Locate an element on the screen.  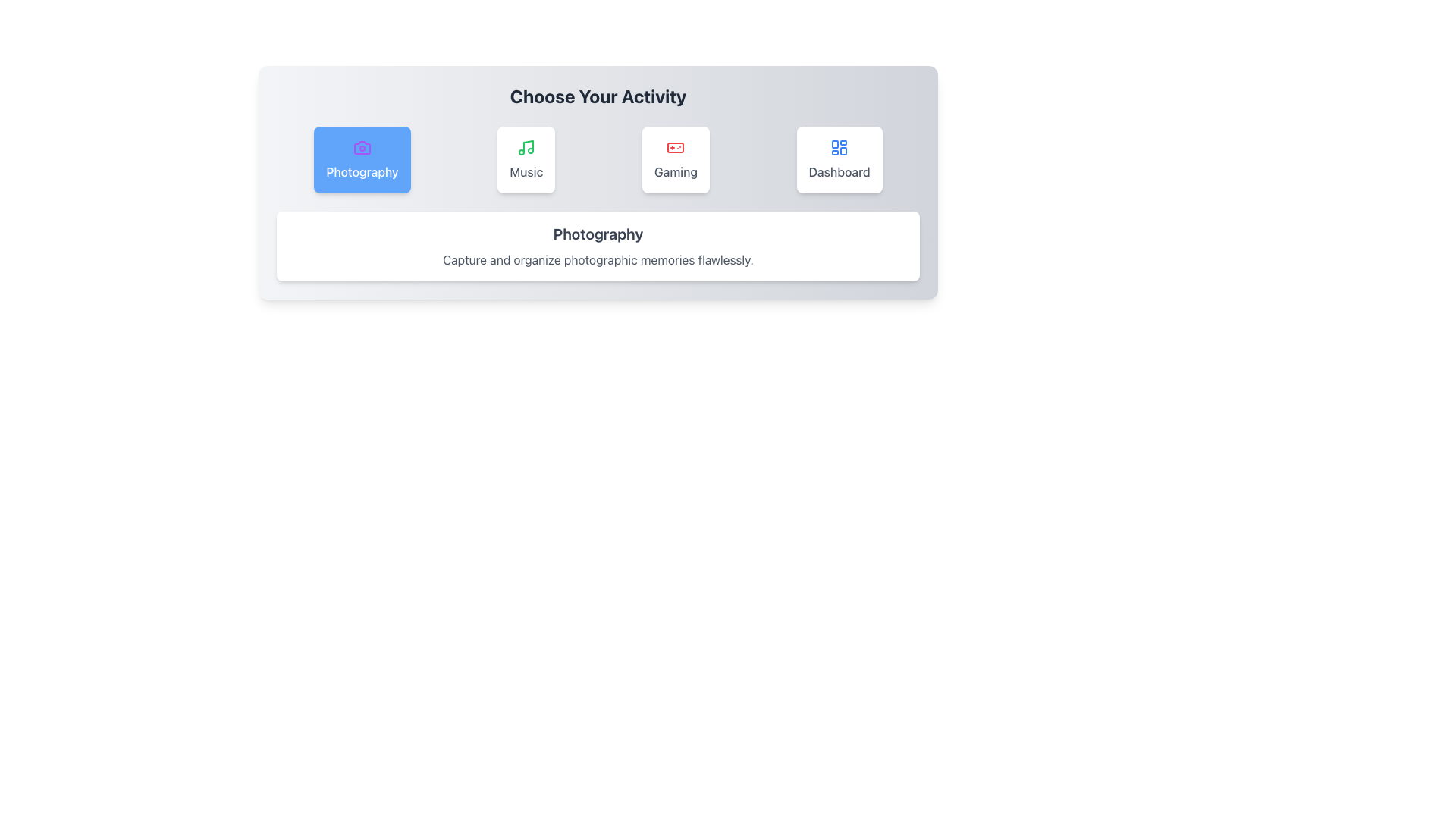
the descriptive text label under the 'Photography' card in the 'Choose Your Activity' section is located at coordinates (597, 259).